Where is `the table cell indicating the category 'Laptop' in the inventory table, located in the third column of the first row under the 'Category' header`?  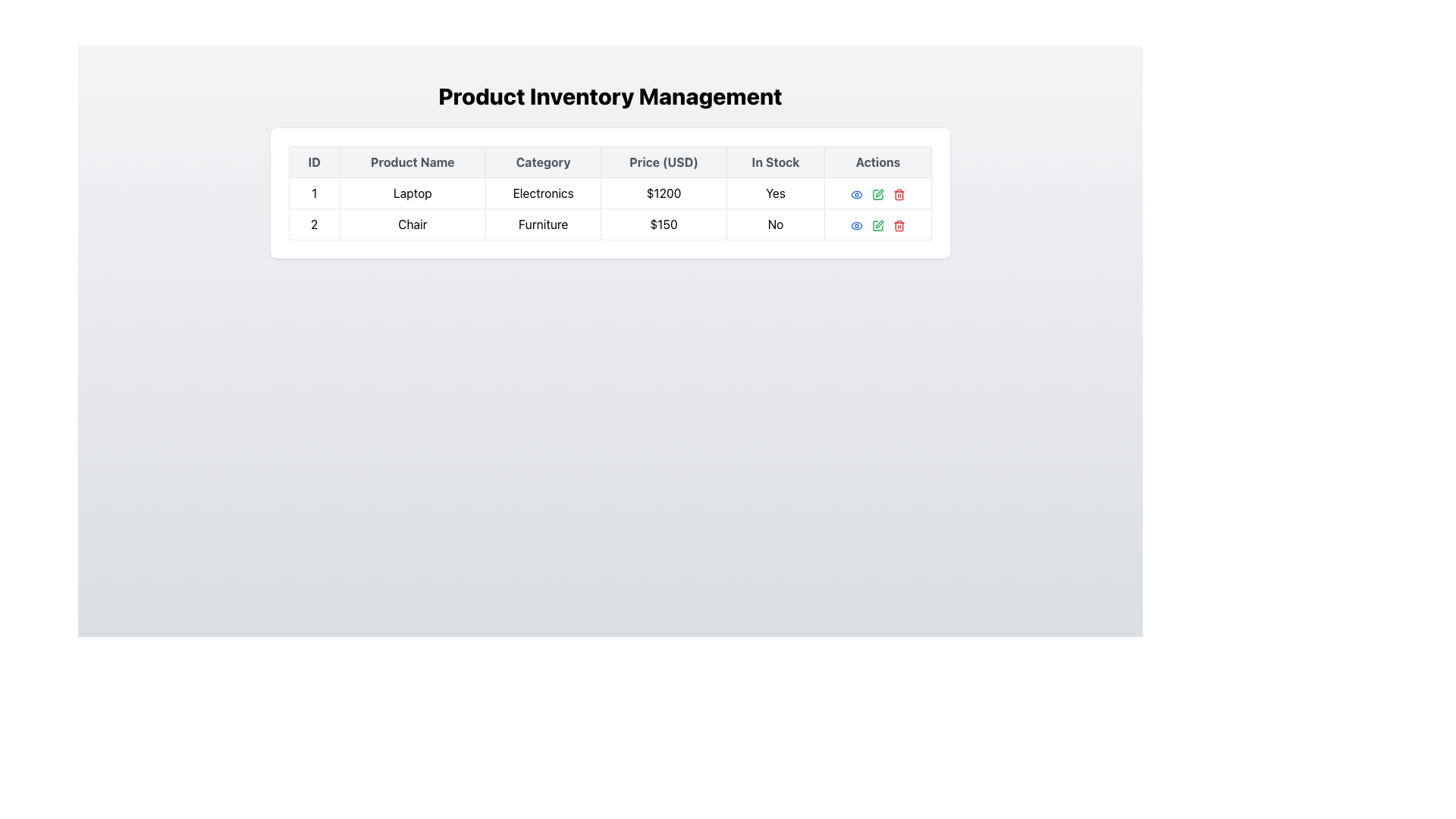
the table cell indicating the category 'Laptop' in the inventory table, located in the third column of the first row under the 'Category' header is located at coordinates (543, 192).